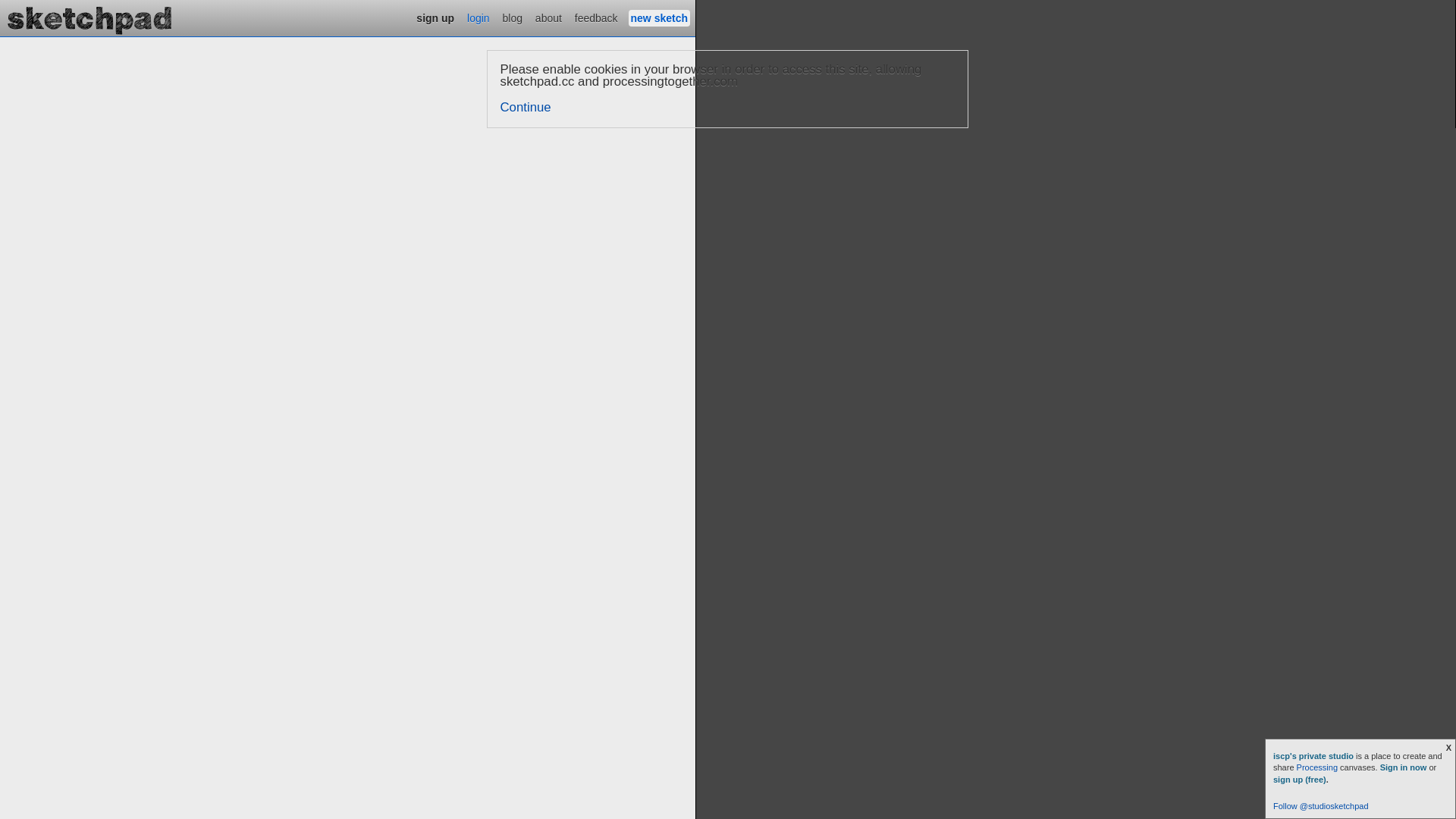 The width and height of the screenshot is (1456, 819). I want to click on 'sign up (free)', so click(1298, 780).